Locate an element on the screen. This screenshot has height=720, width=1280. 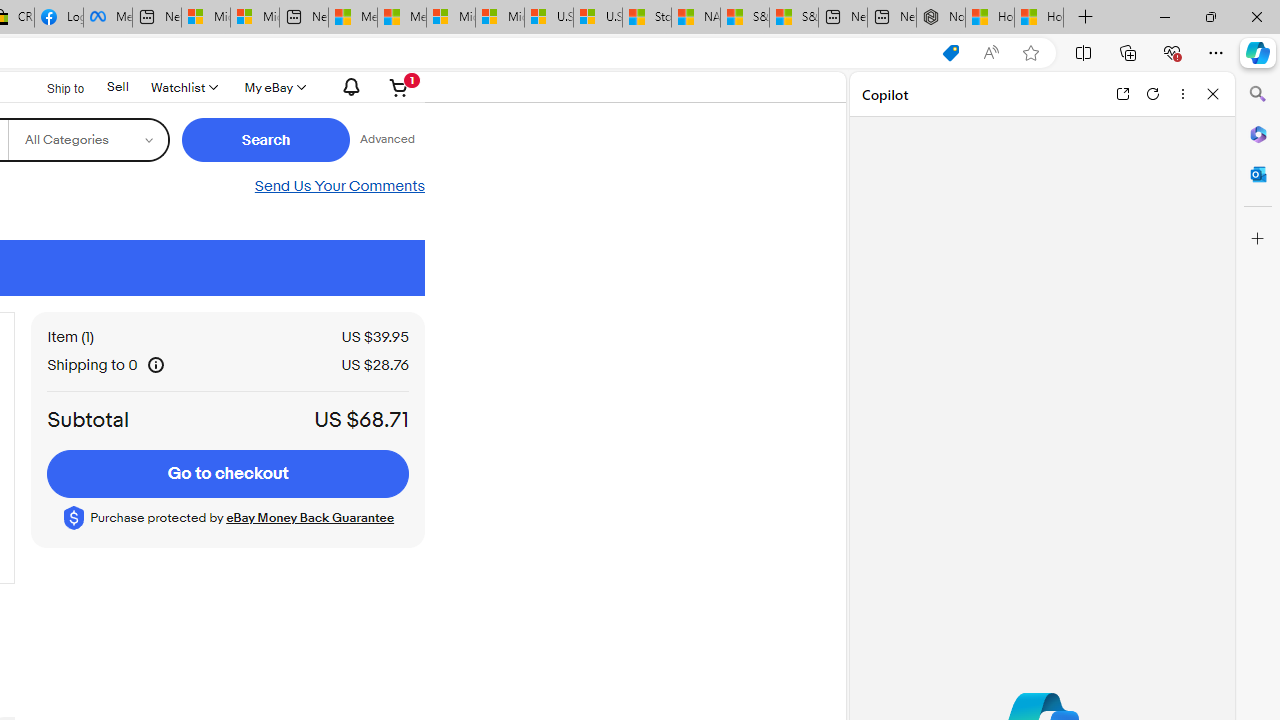
'Ship to' is located at coordinates (52, 87).